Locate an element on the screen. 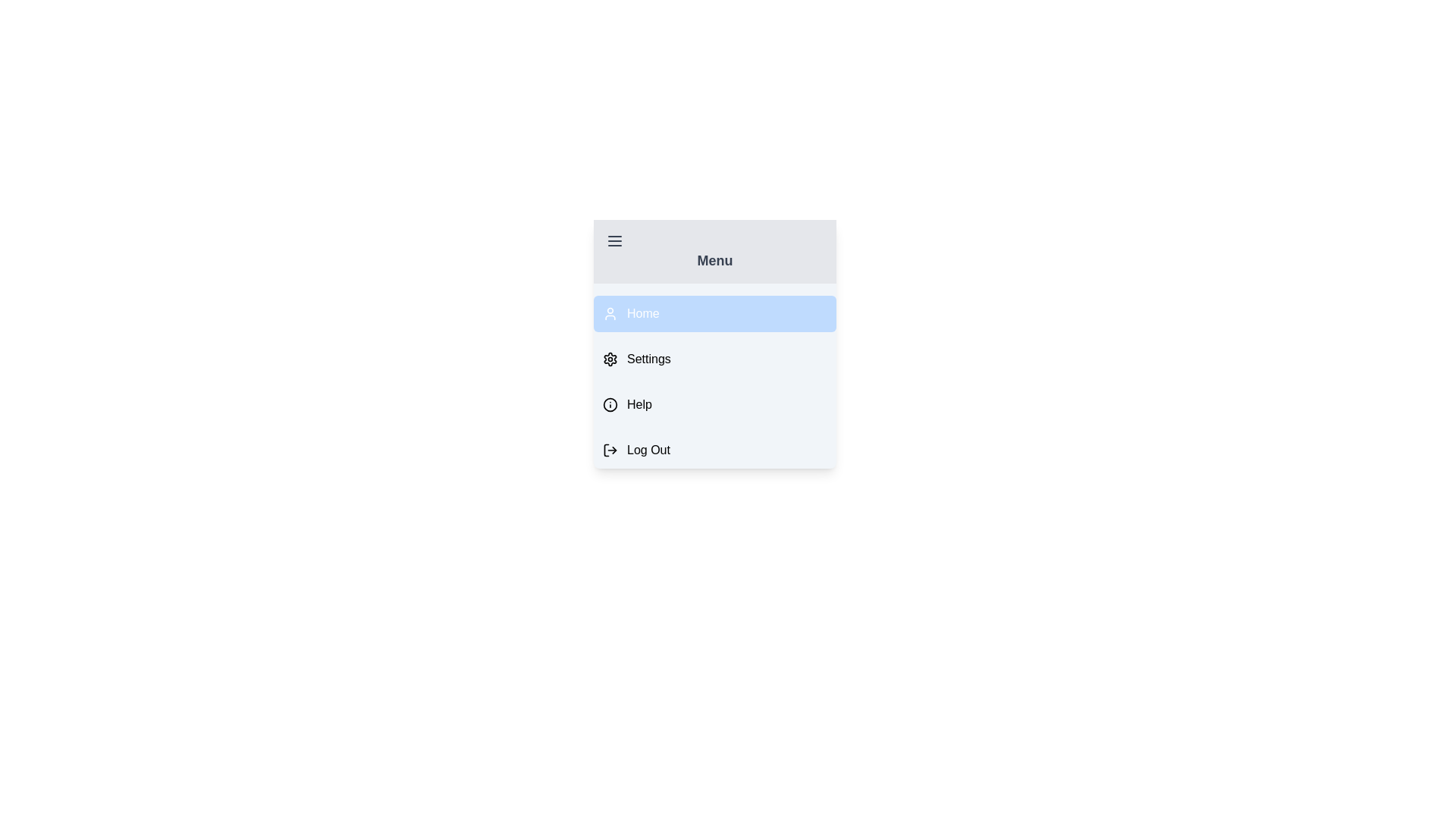 The width and height of the screenshot is (1456, 819). the empty space in the sidebar is located at coordinates (714, 424).